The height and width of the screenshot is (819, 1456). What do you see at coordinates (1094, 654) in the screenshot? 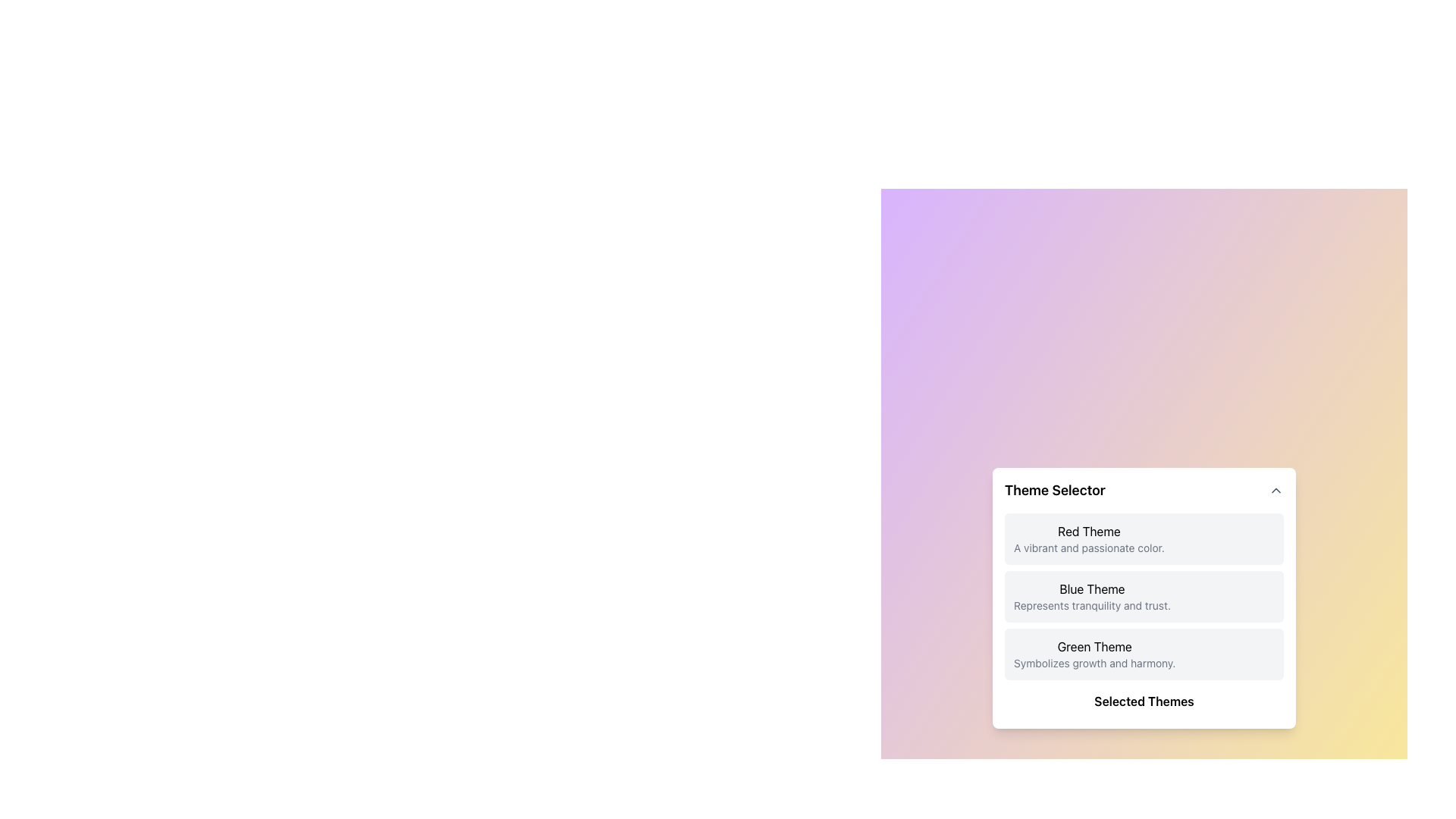
I see `informational display for the 'Green Theme' located in the Theme Selector section, which is the third entry in the vertical list of themes` at bounding box center [1094, 654].